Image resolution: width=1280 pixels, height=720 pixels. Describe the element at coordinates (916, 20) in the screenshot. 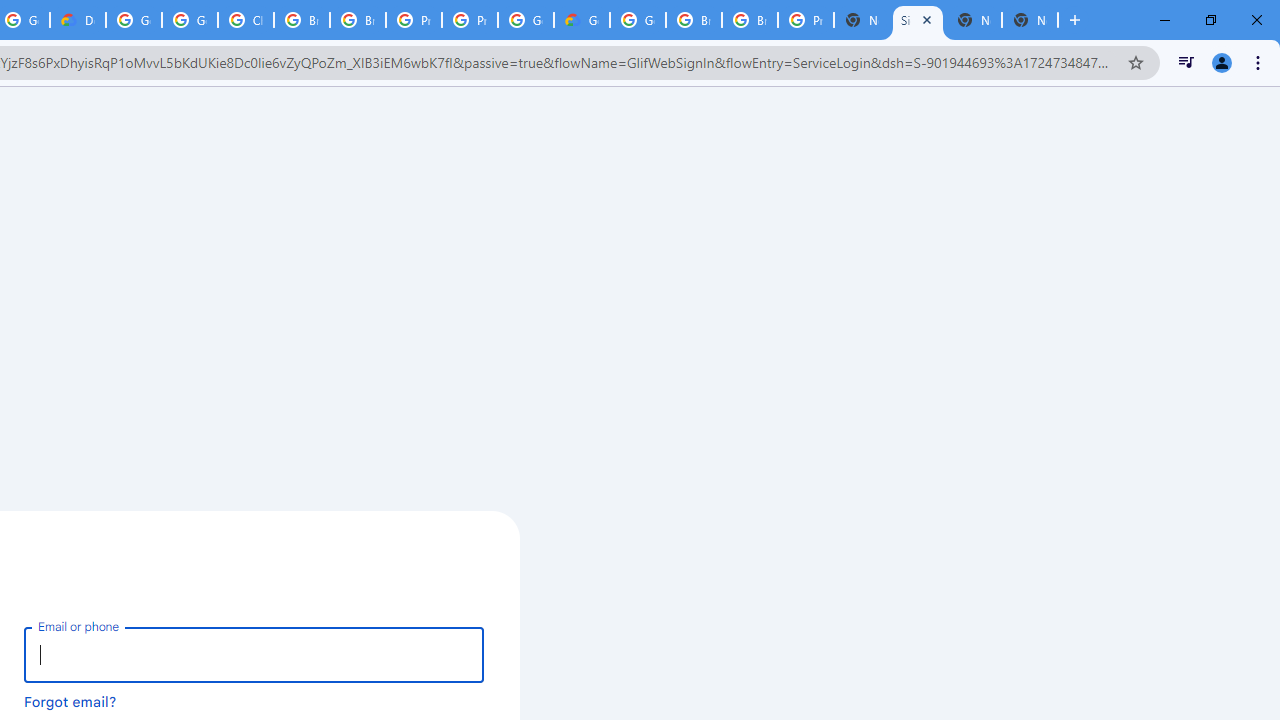

I see `'Sign in - Google Accounts'` at that location.